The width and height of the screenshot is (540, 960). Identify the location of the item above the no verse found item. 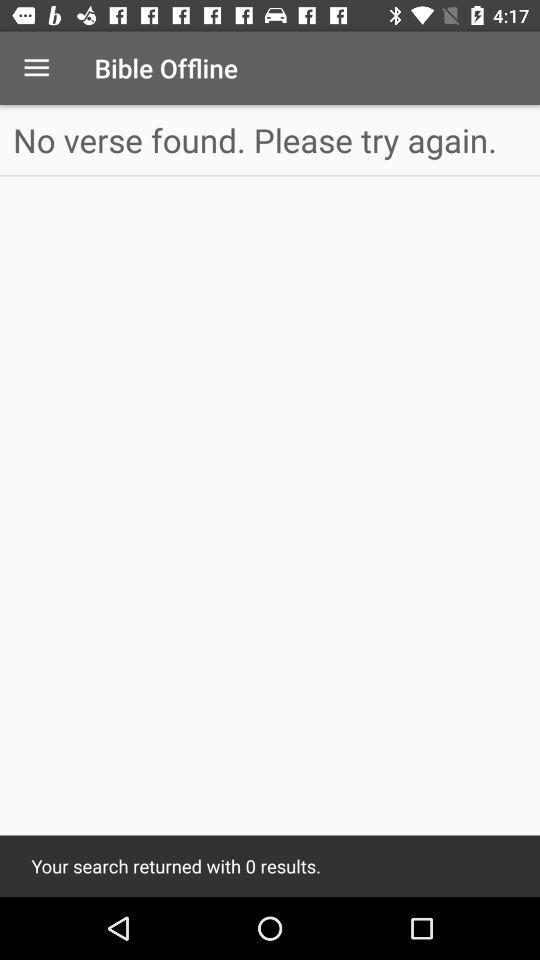
(36, 68).